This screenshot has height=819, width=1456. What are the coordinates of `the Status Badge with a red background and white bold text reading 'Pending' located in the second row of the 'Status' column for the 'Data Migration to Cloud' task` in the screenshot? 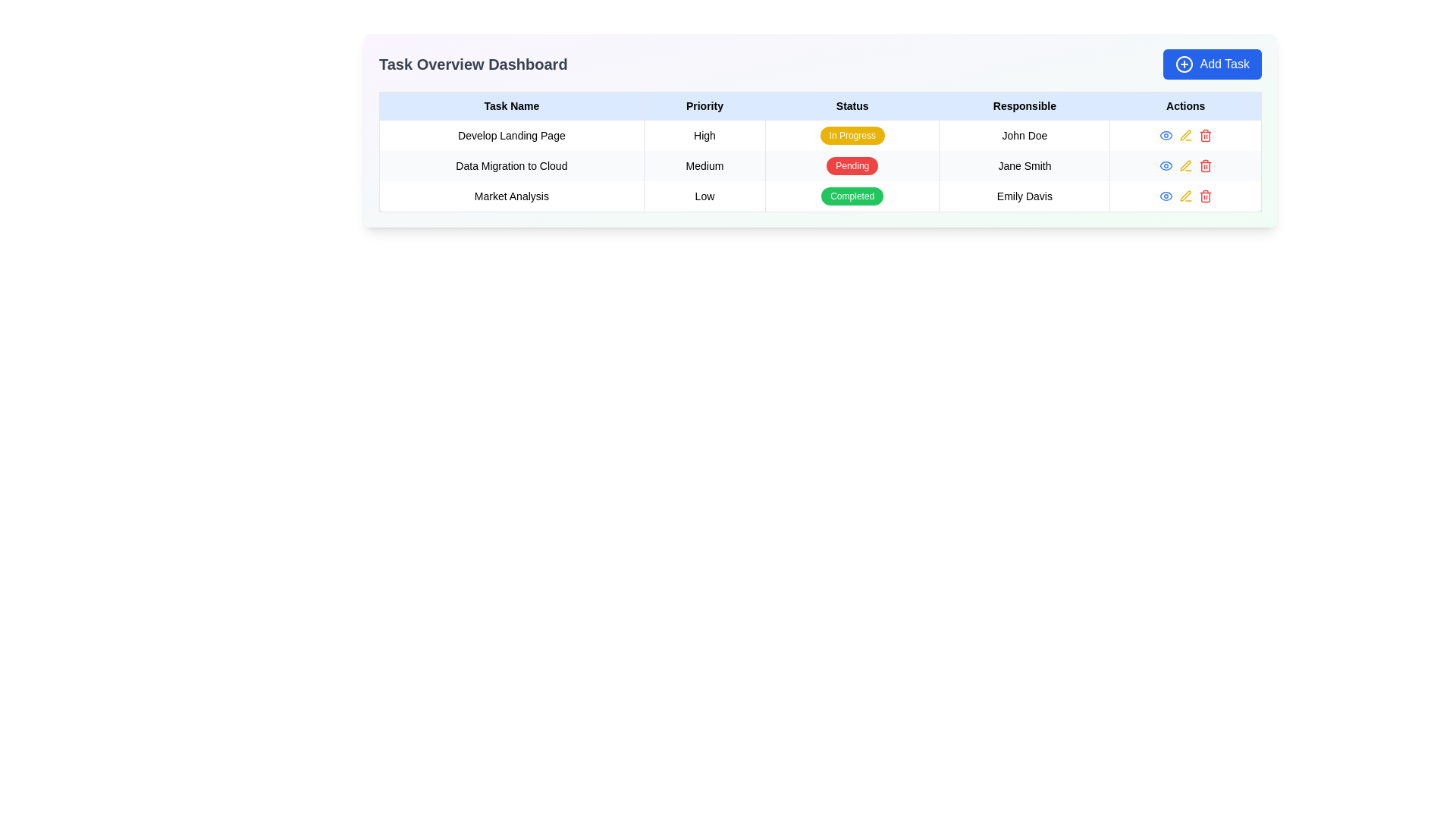 It's located at (852, 166).